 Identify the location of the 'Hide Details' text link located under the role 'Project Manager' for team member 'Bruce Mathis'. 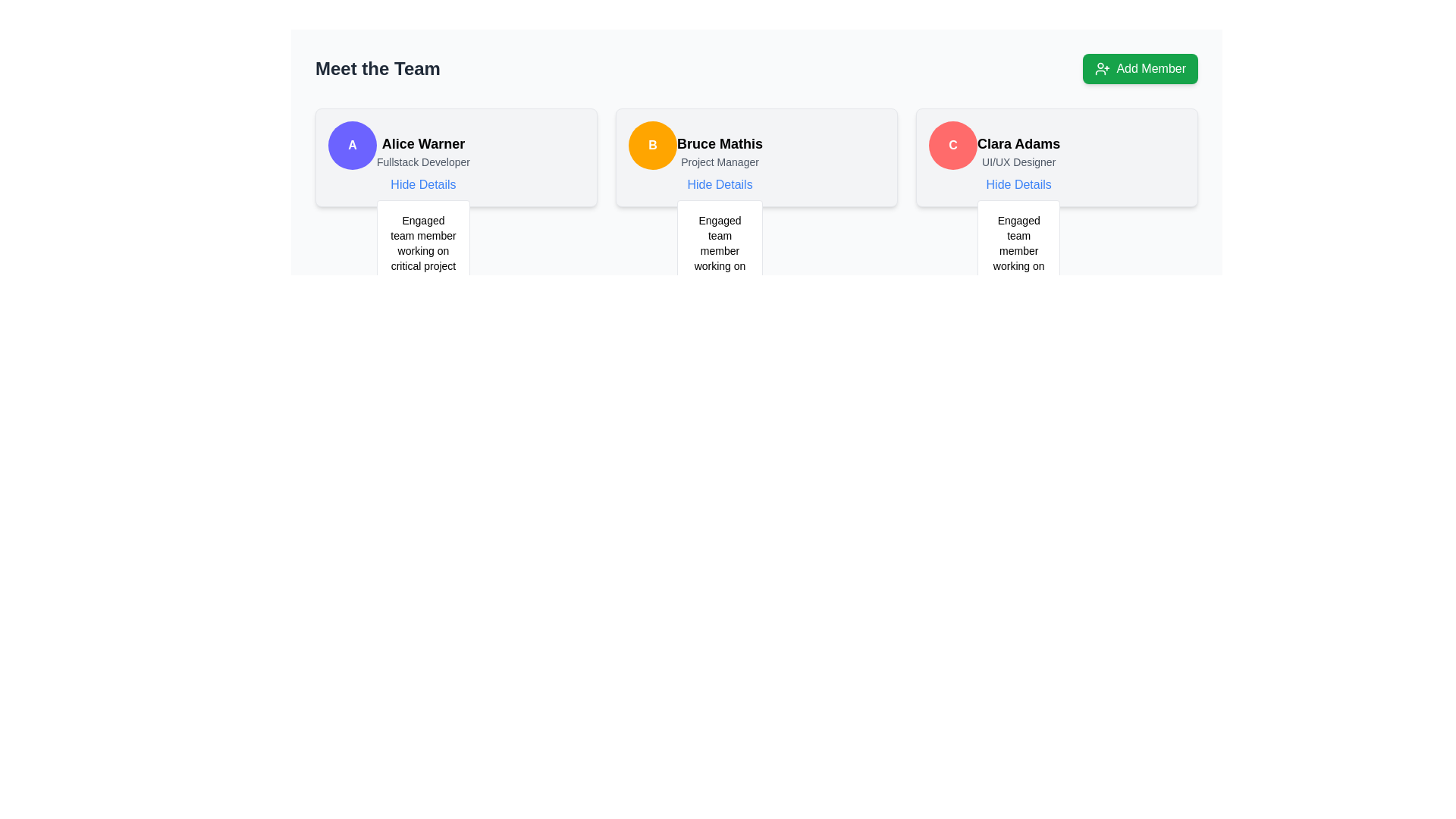
(719, 184).